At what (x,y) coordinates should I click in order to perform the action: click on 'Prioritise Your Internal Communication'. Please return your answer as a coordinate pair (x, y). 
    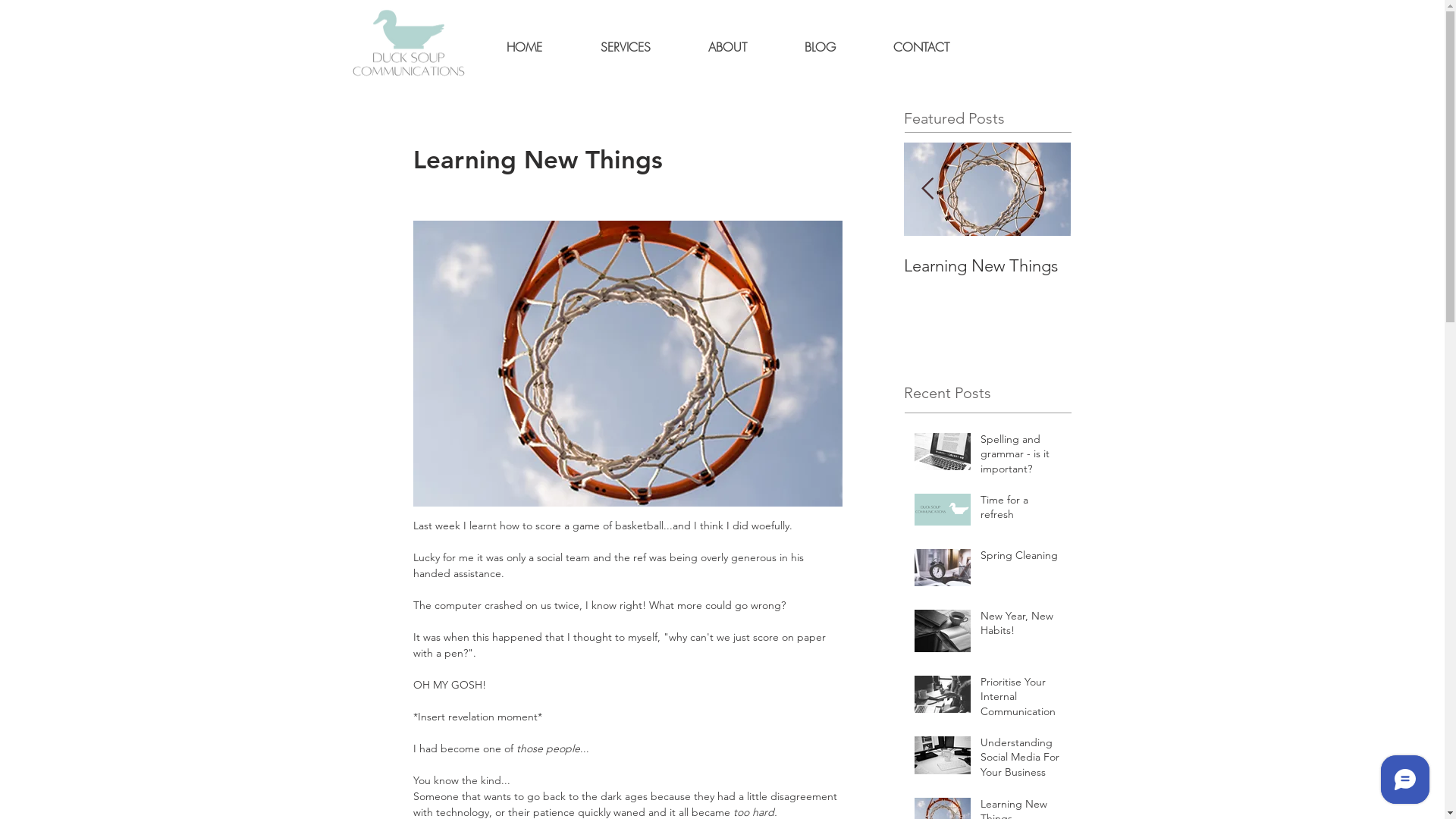
    Looking at the image, I should click on (1020, 700).